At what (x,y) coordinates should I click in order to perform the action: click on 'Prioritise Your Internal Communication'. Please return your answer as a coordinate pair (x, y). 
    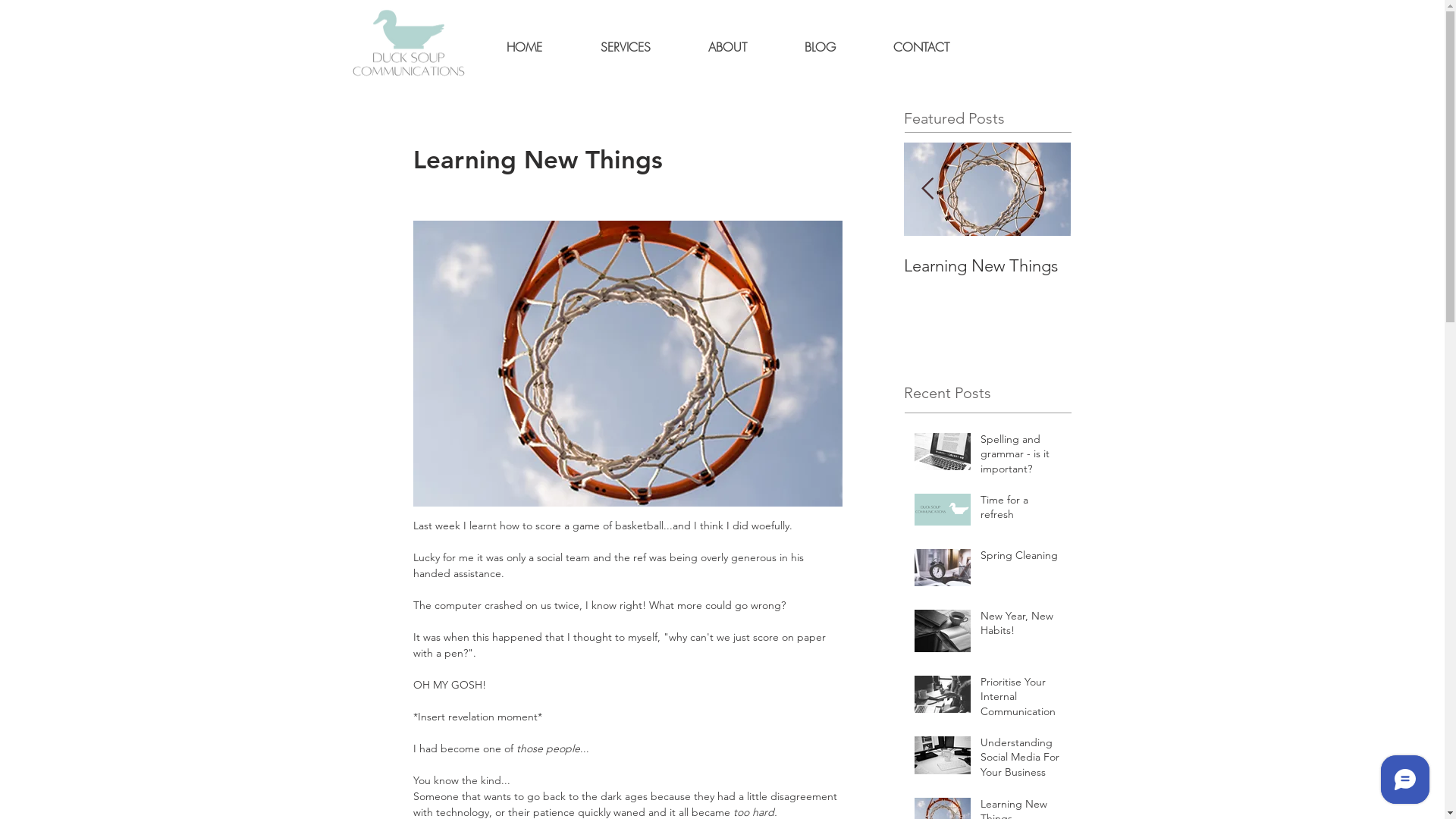
    Looking at the image, I should click on (1020, 700).